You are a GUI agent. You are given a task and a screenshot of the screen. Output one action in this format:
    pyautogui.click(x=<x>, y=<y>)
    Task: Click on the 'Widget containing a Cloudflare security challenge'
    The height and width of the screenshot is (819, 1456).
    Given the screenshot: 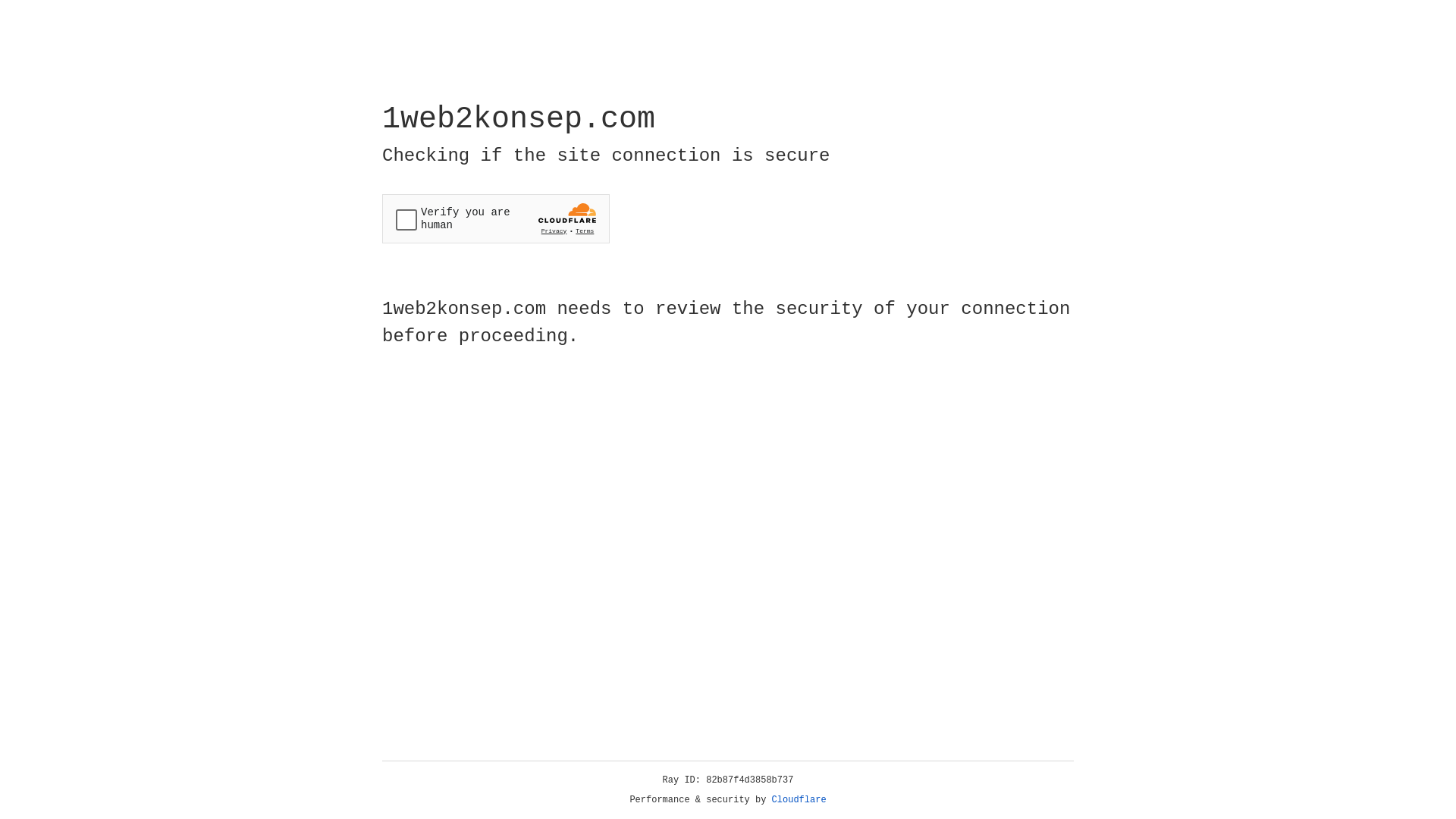 What is the action you would take?
    pyautogui.click(x=495, y=218)
    